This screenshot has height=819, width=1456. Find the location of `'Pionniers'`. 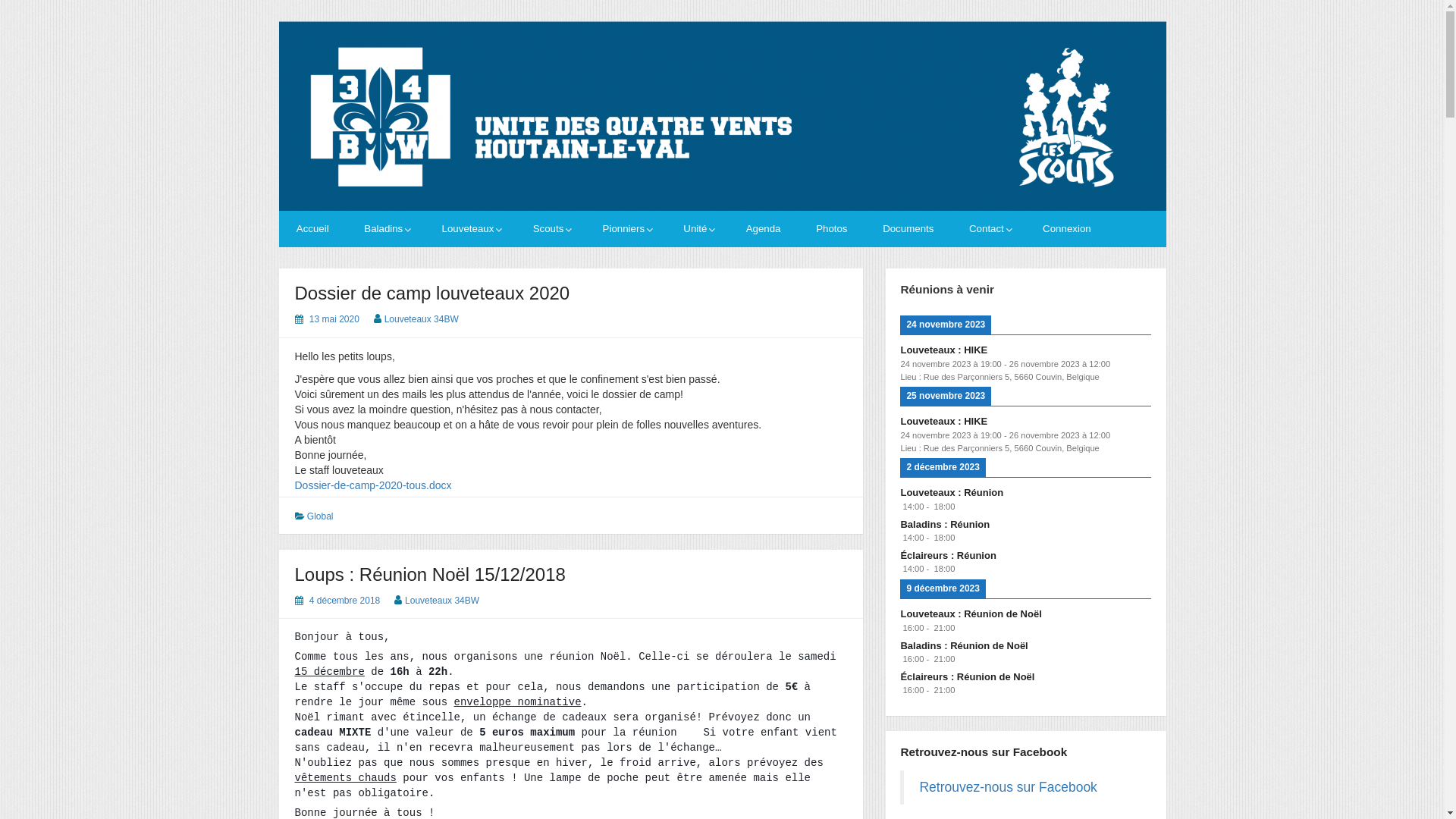

'Pionniers' is located at coordinates (625, 228).